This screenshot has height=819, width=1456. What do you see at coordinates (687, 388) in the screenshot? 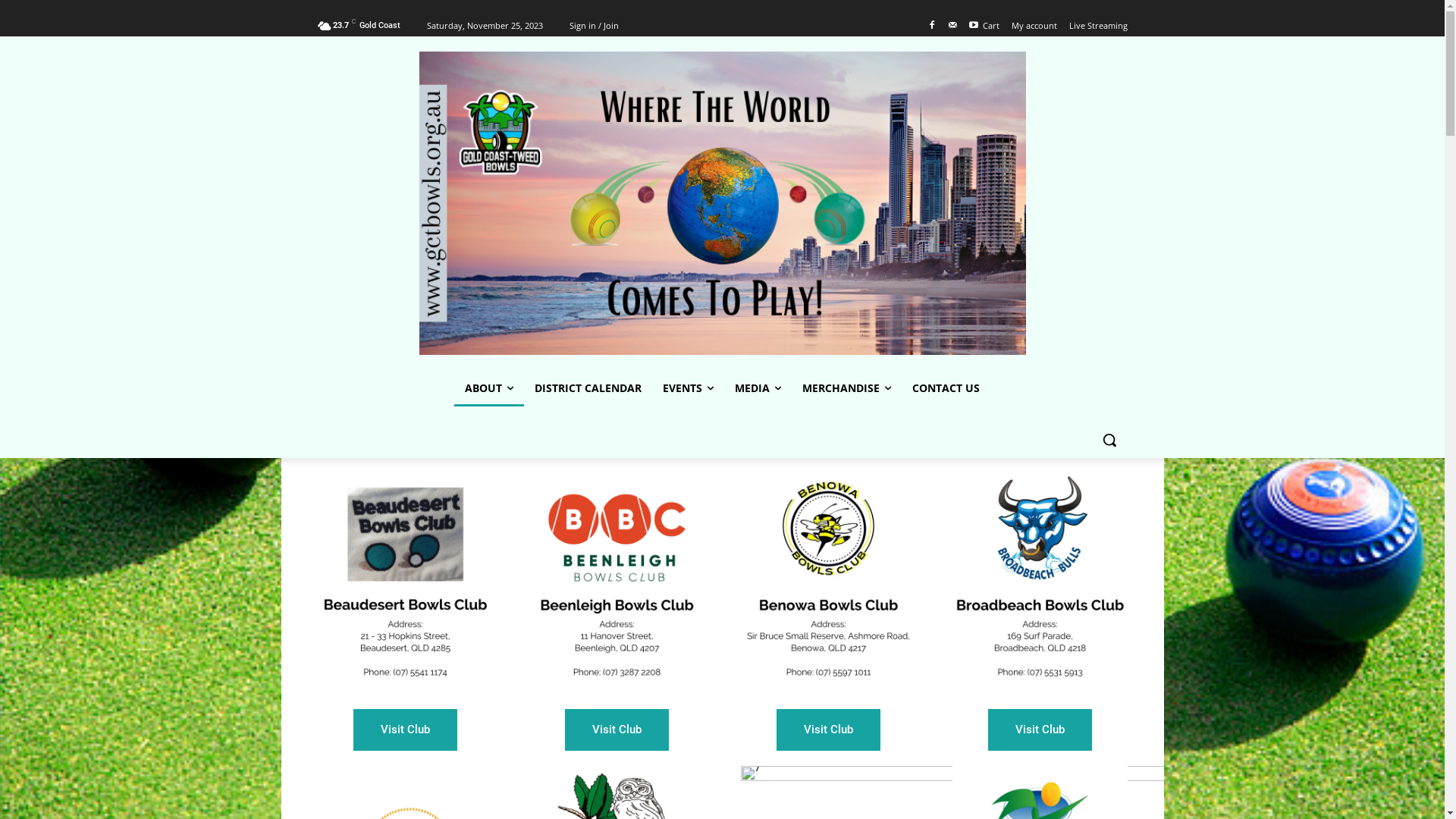
I see `'EVENTS'` at bounding box center [687, 388].